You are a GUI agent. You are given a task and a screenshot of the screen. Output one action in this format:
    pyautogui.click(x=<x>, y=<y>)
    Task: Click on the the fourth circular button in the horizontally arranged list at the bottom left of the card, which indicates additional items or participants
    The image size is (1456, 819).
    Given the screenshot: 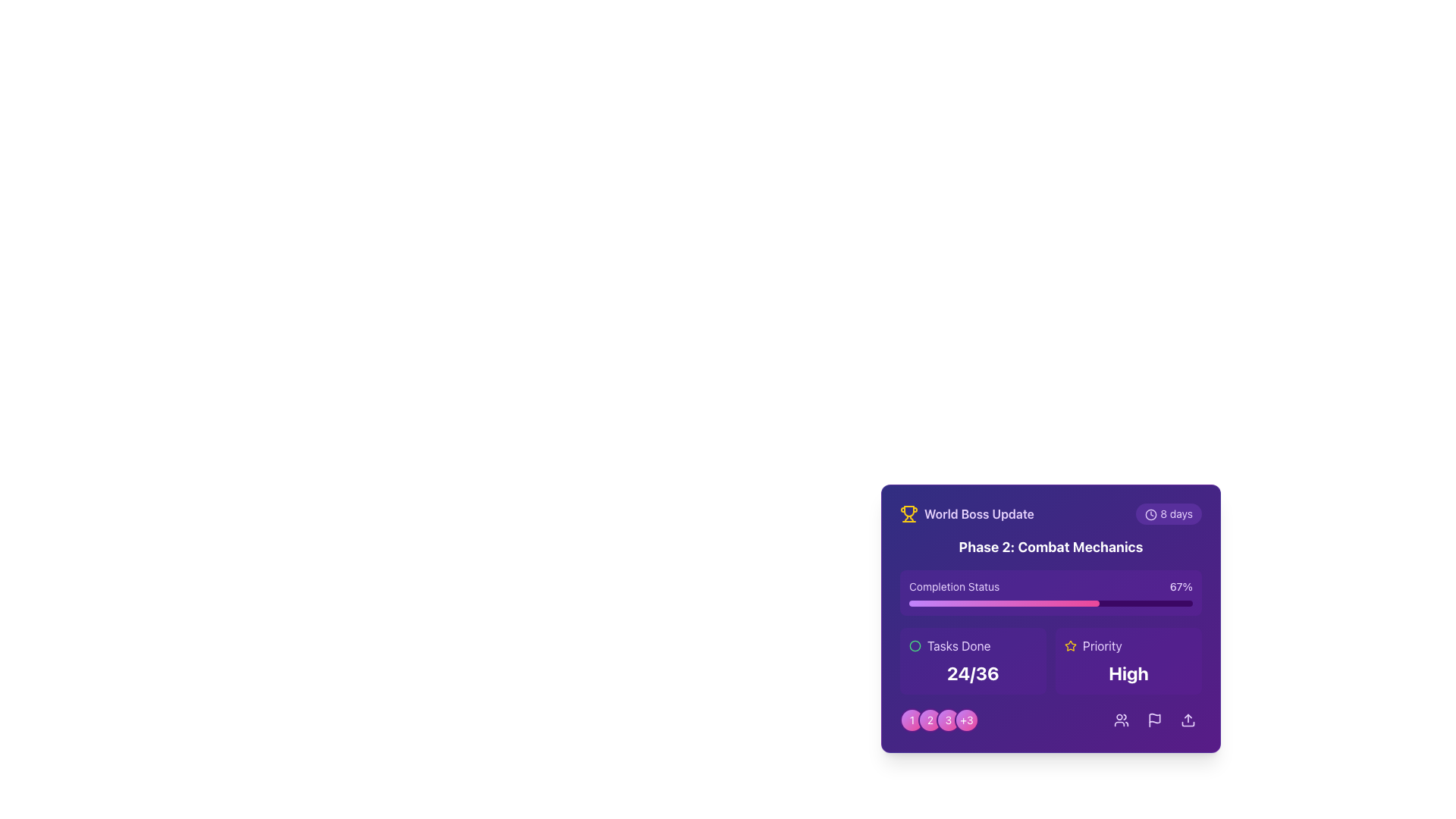 What is the action you would take?
    pyautogui.click(x=966, y=719)
    